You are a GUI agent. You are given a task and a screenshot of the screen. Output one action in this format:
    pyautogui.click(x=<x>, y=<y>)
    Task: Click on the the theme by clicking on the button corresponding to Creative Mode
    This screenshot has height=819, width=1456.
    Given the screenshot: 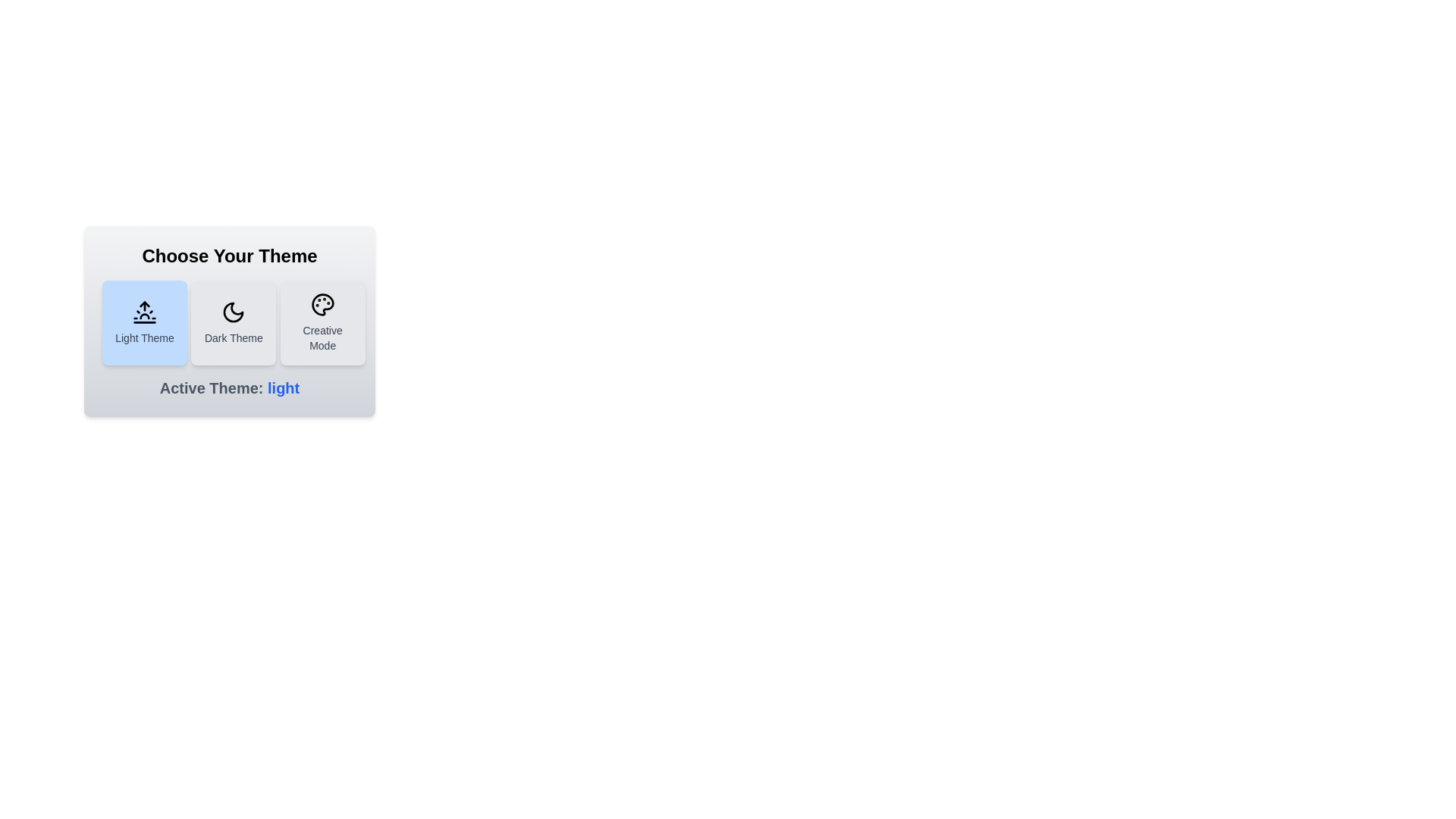 What is the action you would take?
    pyautogui.click(x=322, y=322)
    